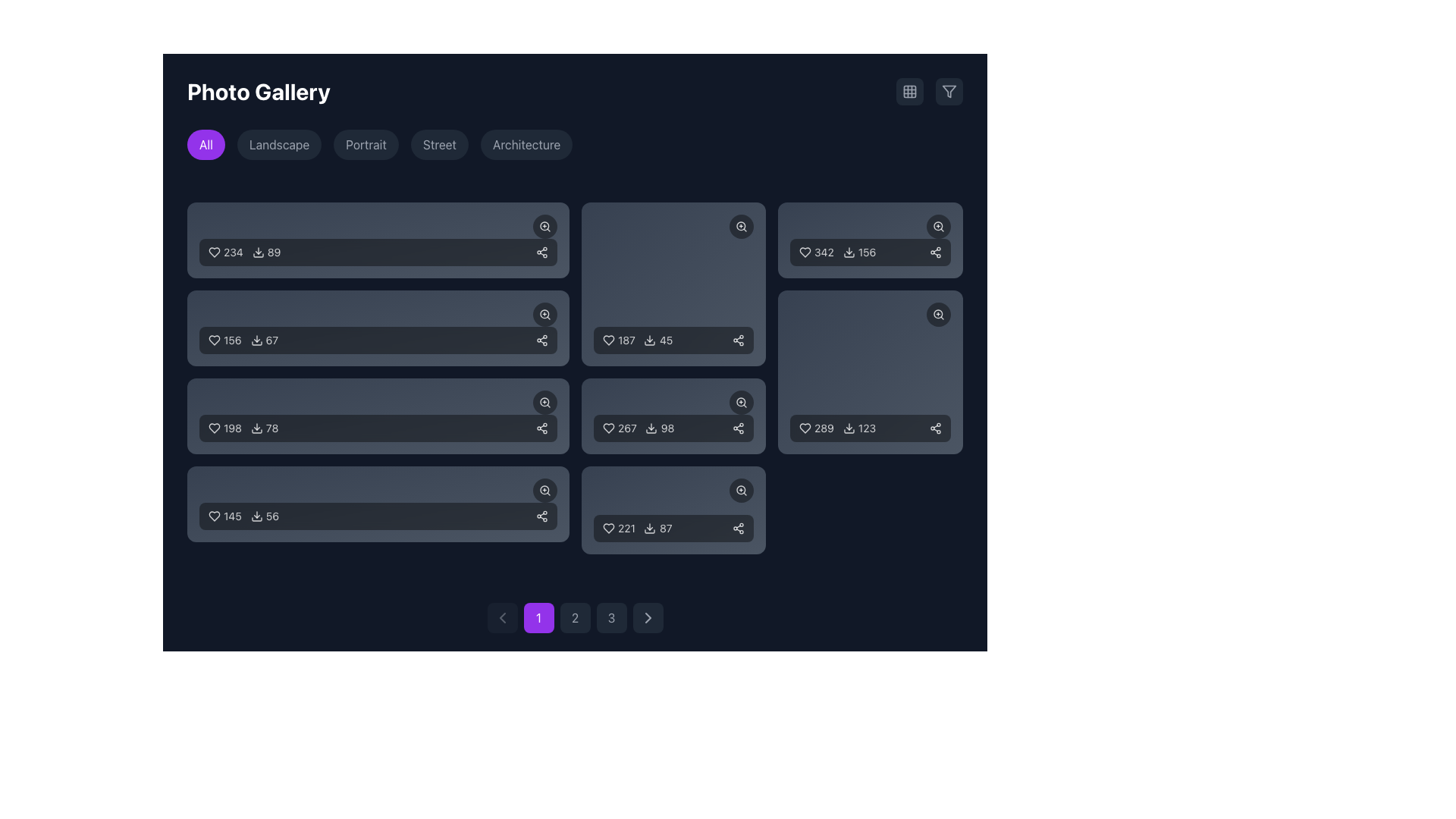  What do you see at coordinates (659, 428) in the screenshot?
I see `the download icon-text pair displaying '98' to initiate a download action` at bounding box center [659, 428].